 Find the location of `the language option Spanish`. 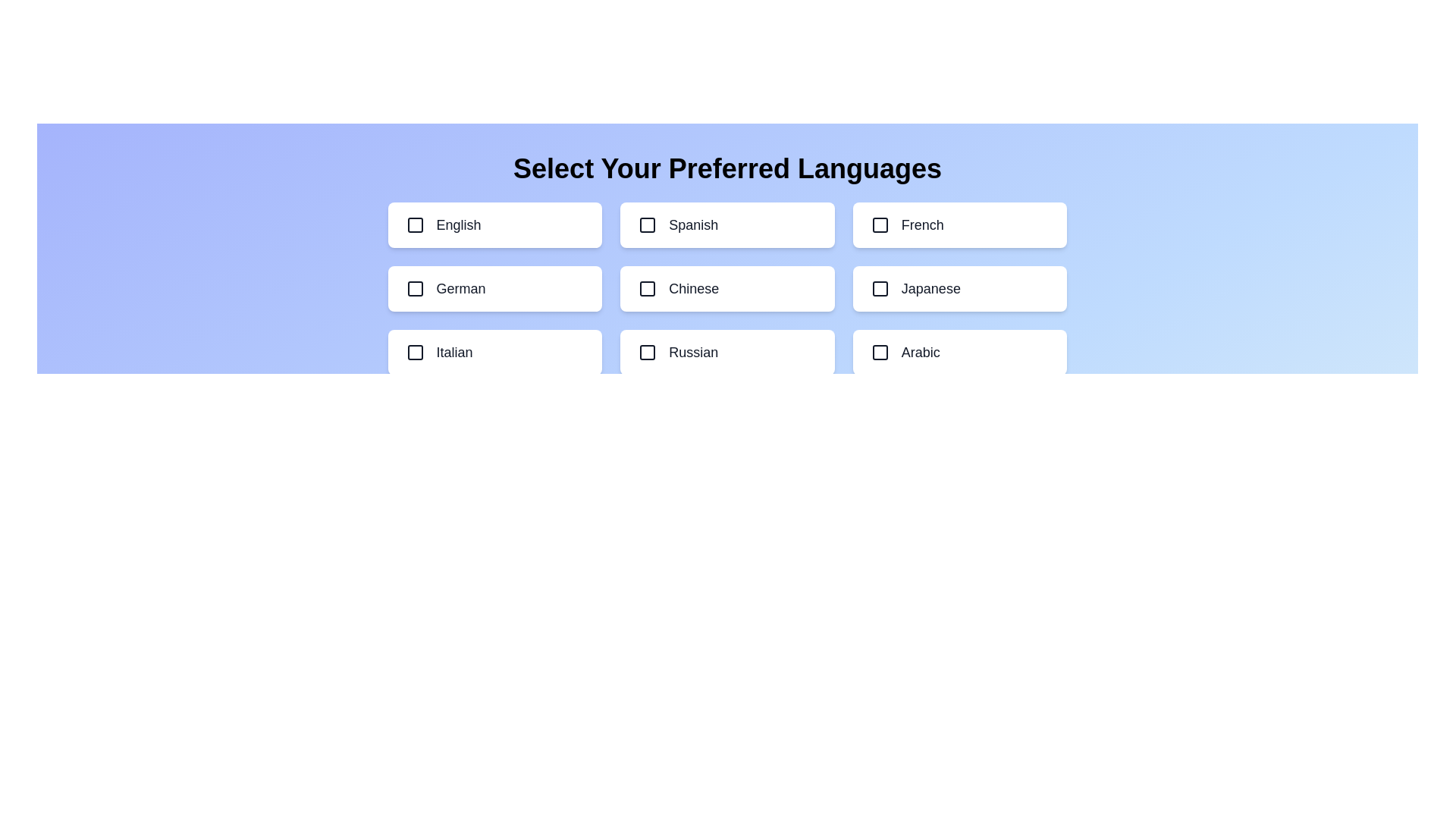

the language option Spanish is located at coordinates (726, 225).